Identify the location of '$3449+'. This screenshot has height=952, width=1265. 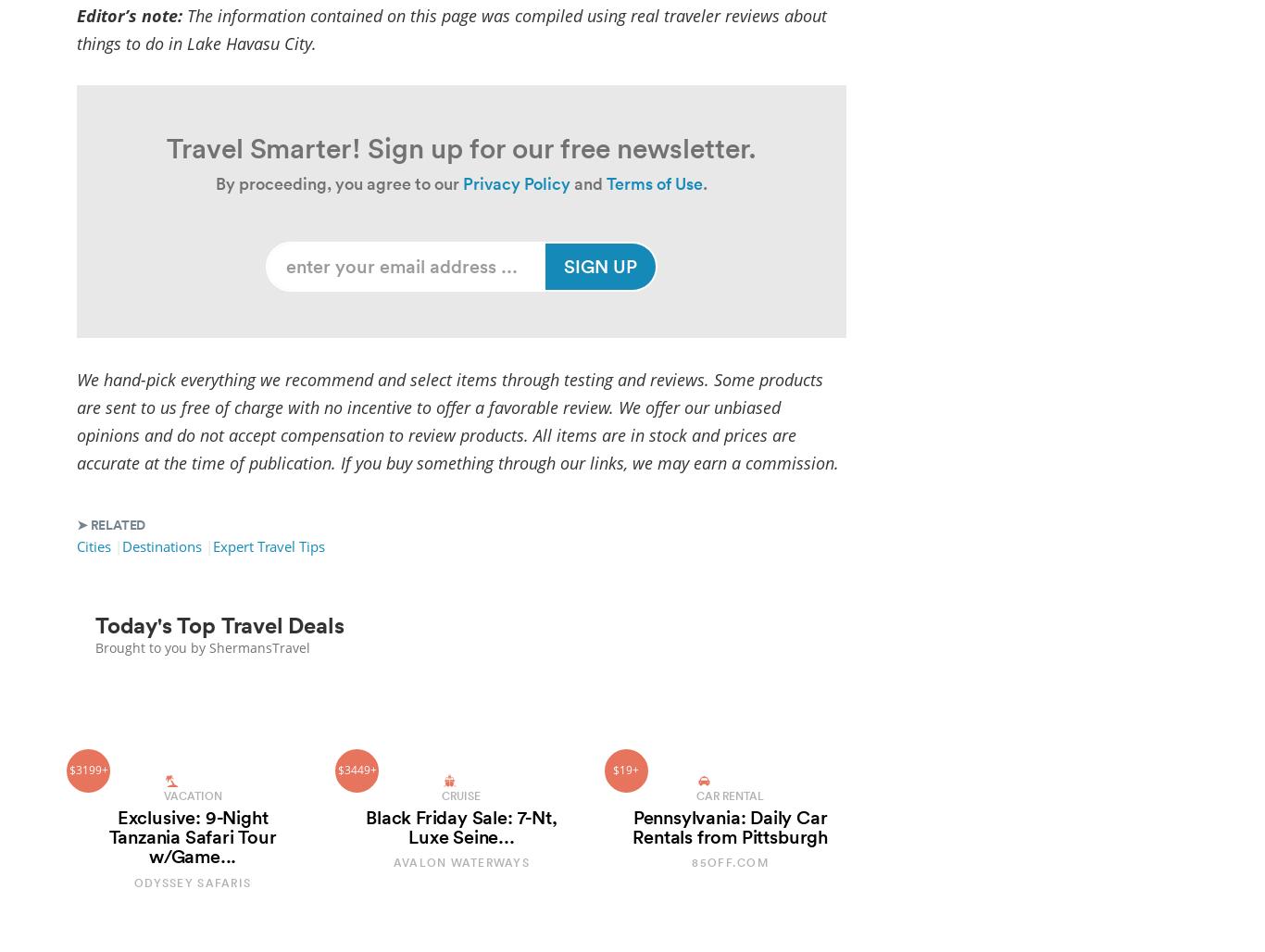
(355, 770).